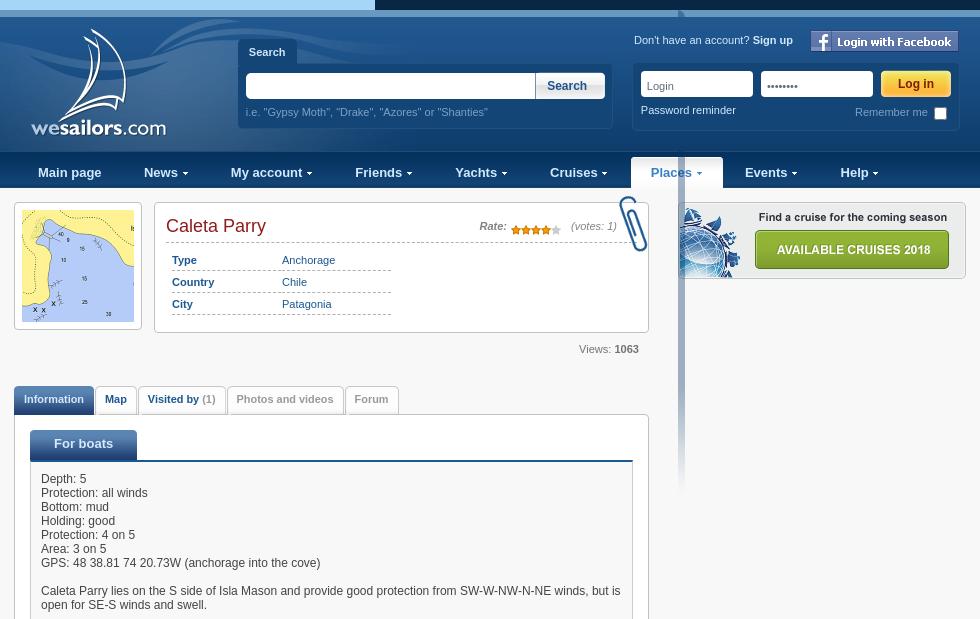  I want to click on 'Yachts', so click(477, 172).